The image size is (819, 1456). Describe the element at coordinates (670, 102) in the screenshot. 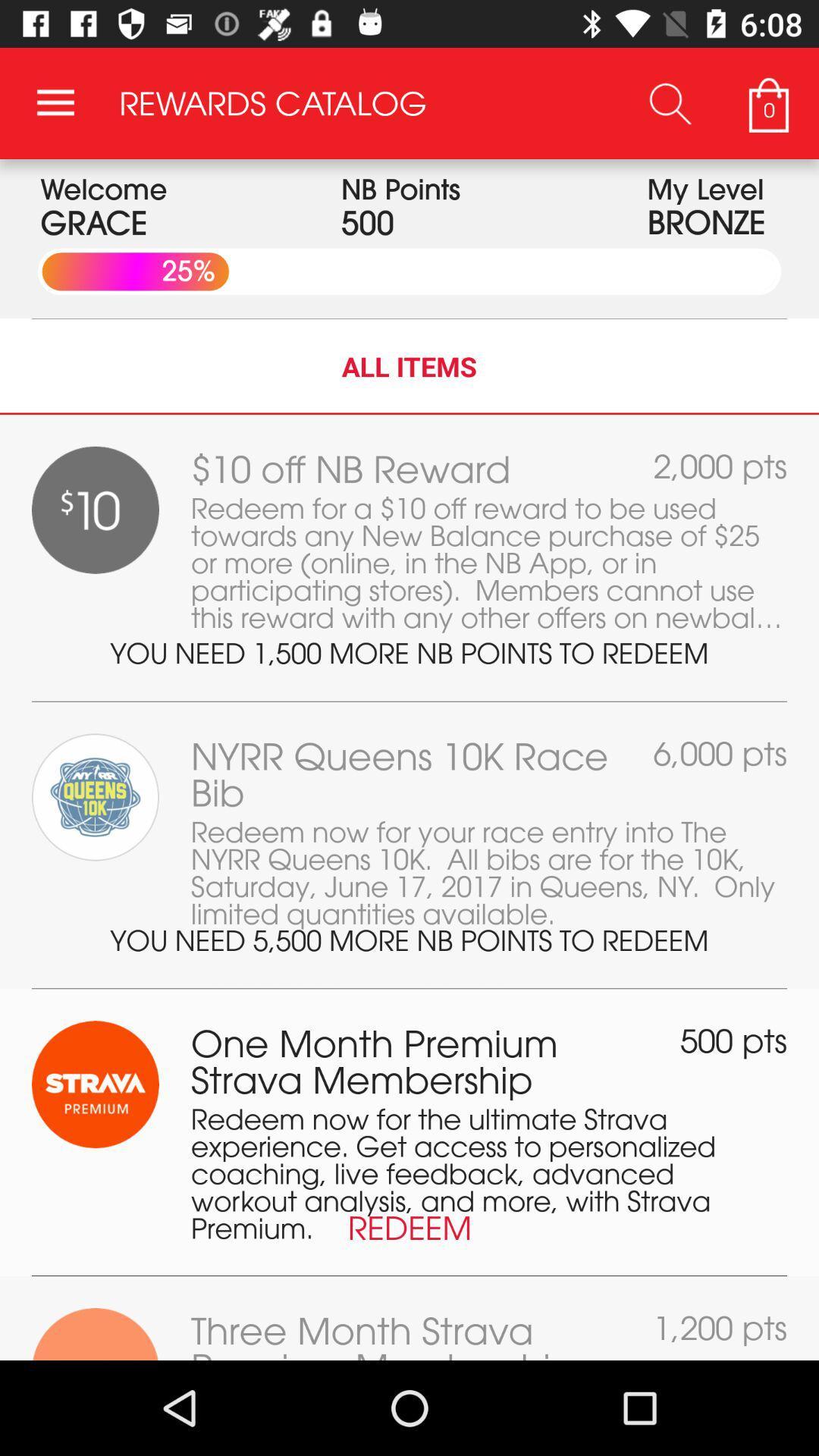

I see `the item next to 0 item` at that location.